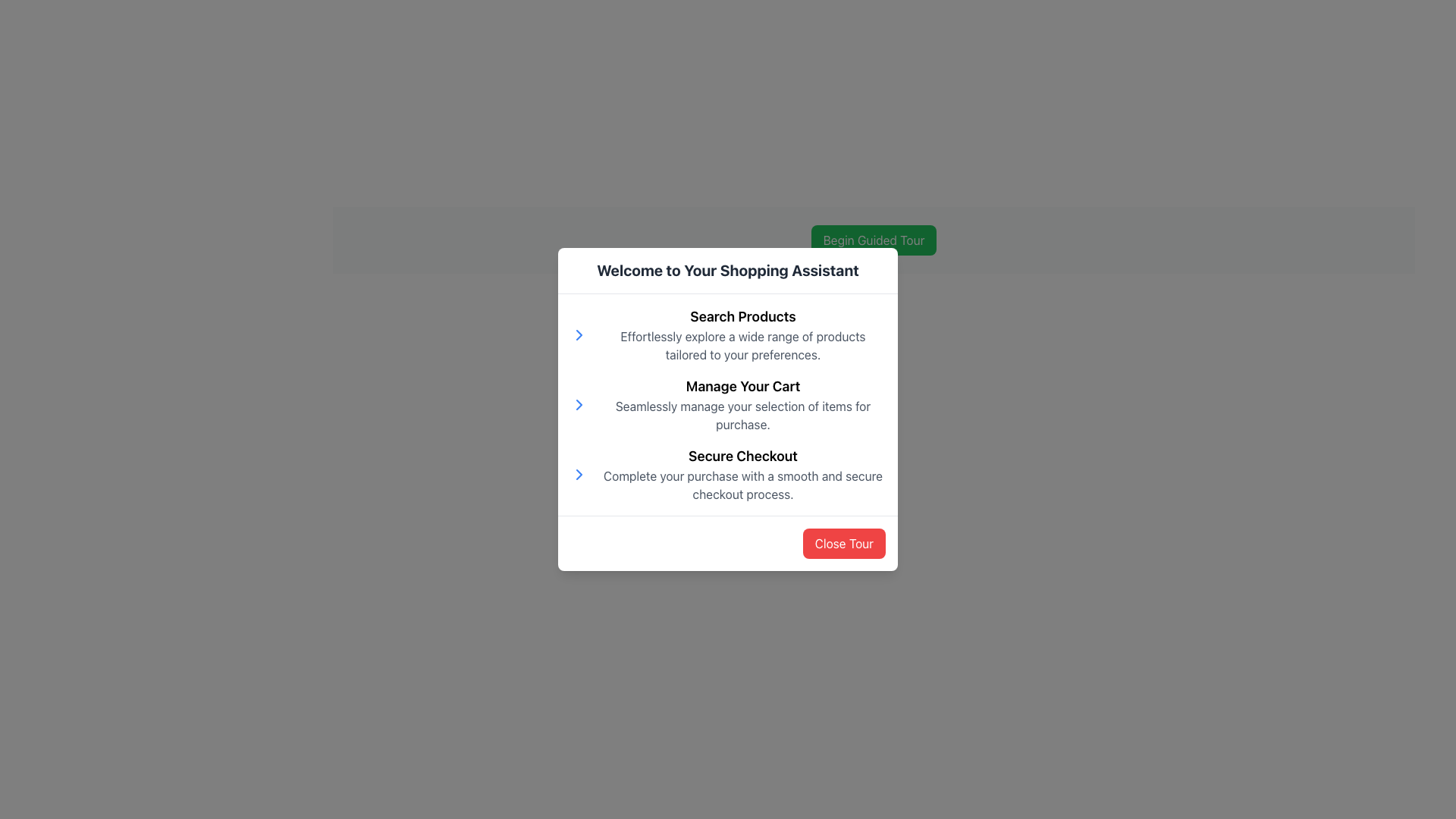 This screenshot has width=1456, height=819. I want to click on the 'Manage Your Cart' icon, which is visually indicative of navigation or action related to cart management, located horizontally adjacent to its title text, so click(578, 403).